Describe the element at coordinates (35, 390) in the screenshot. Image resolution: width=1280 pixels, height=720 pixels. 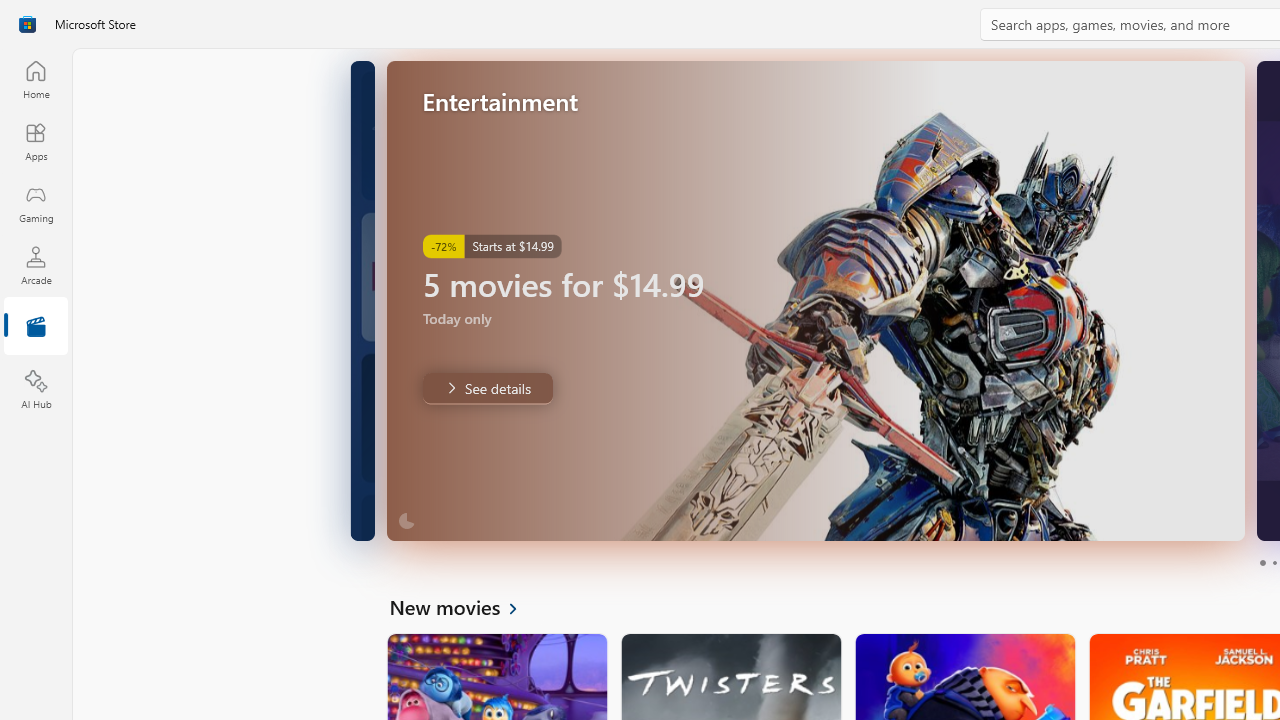
I see `'AI Hub'` at that location.